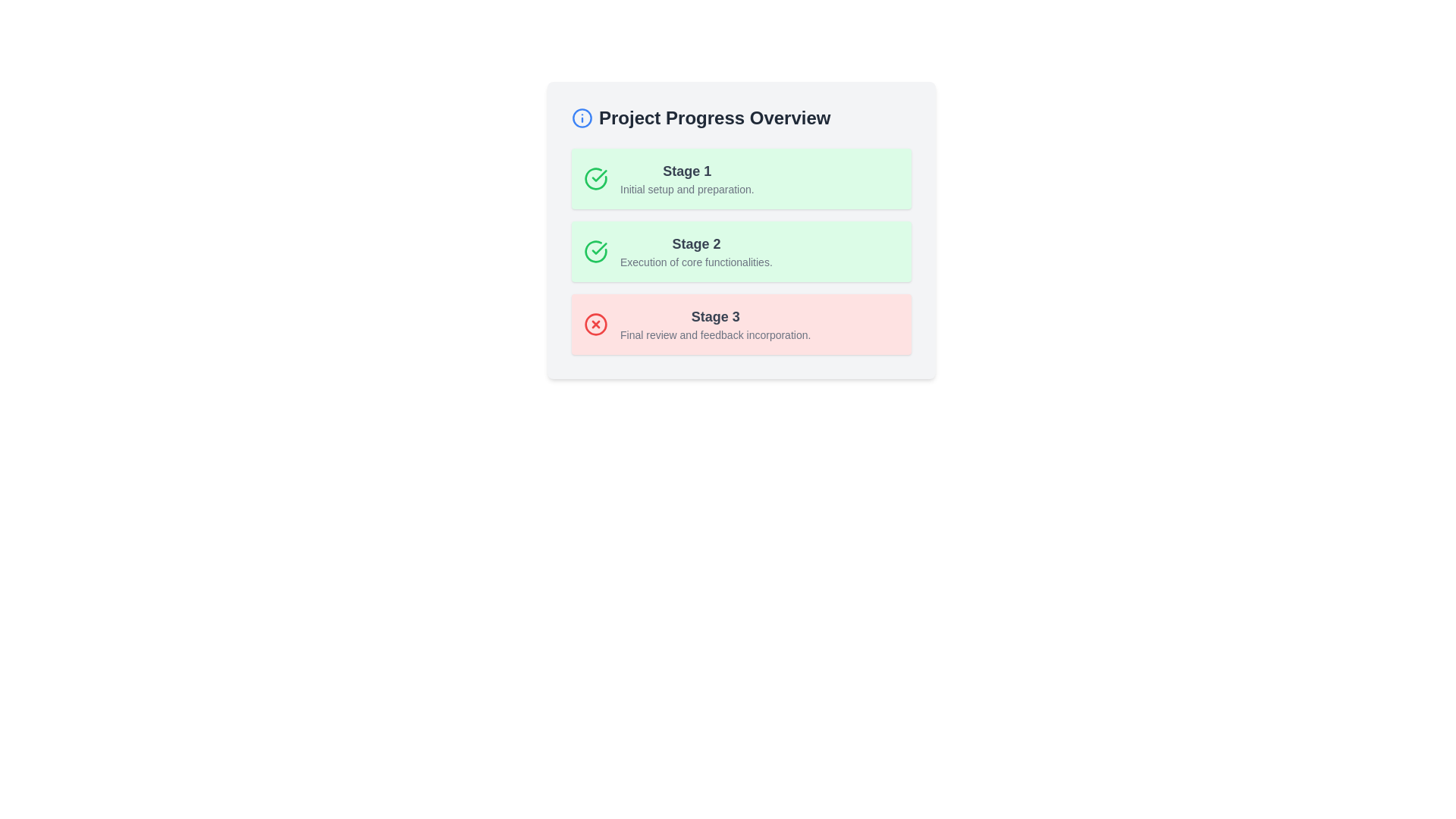  Describe the element at coordinates (686, 171) in the screenshot. I see `the text label displaying 'Stage 1', which is styled in bold dark gray on a light green background, indicating the first stage in the project progress overview` at that location.